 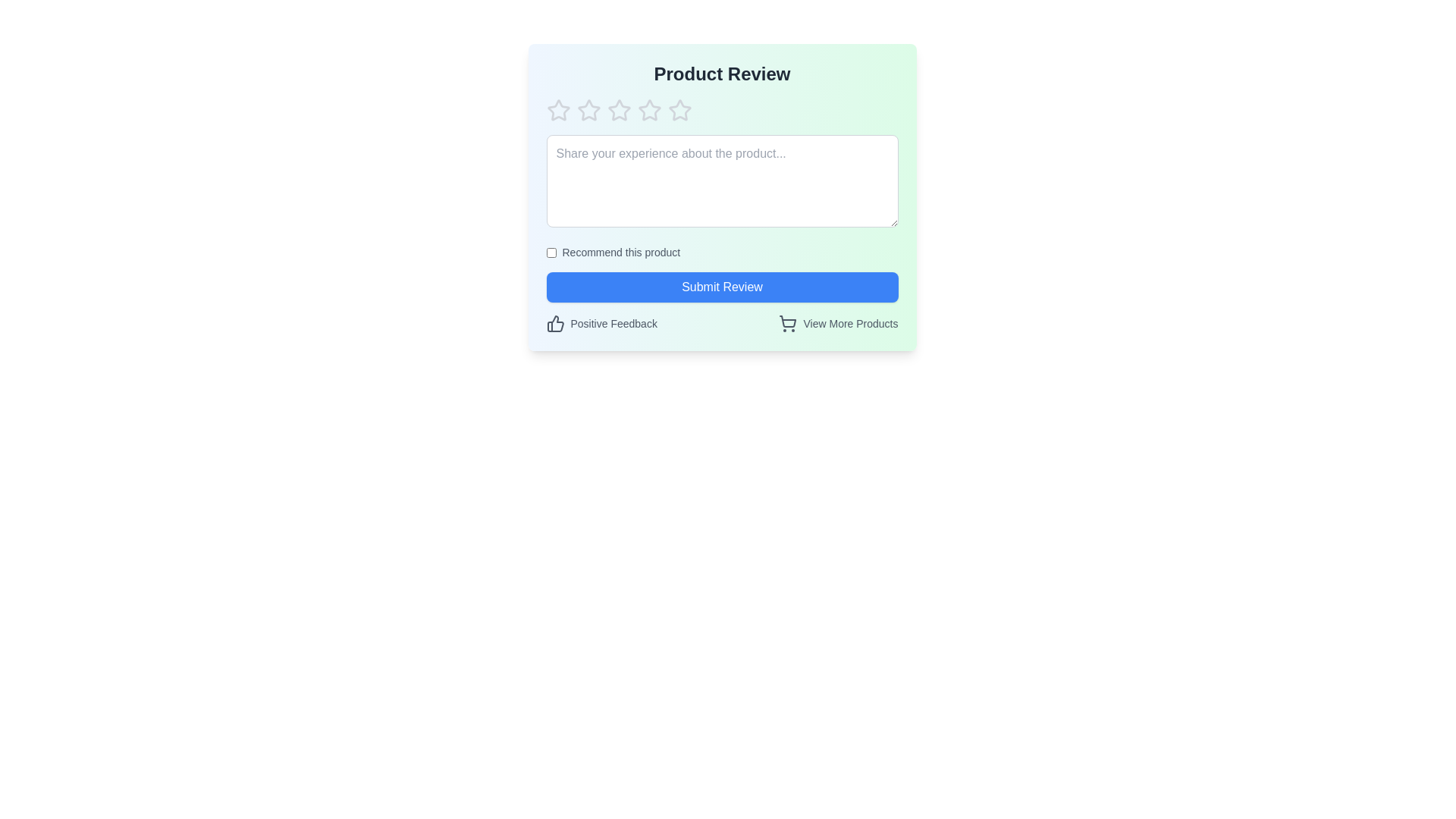 I want to click on the star representing 3 stars to preview the rating, so click(x=619, y=110).